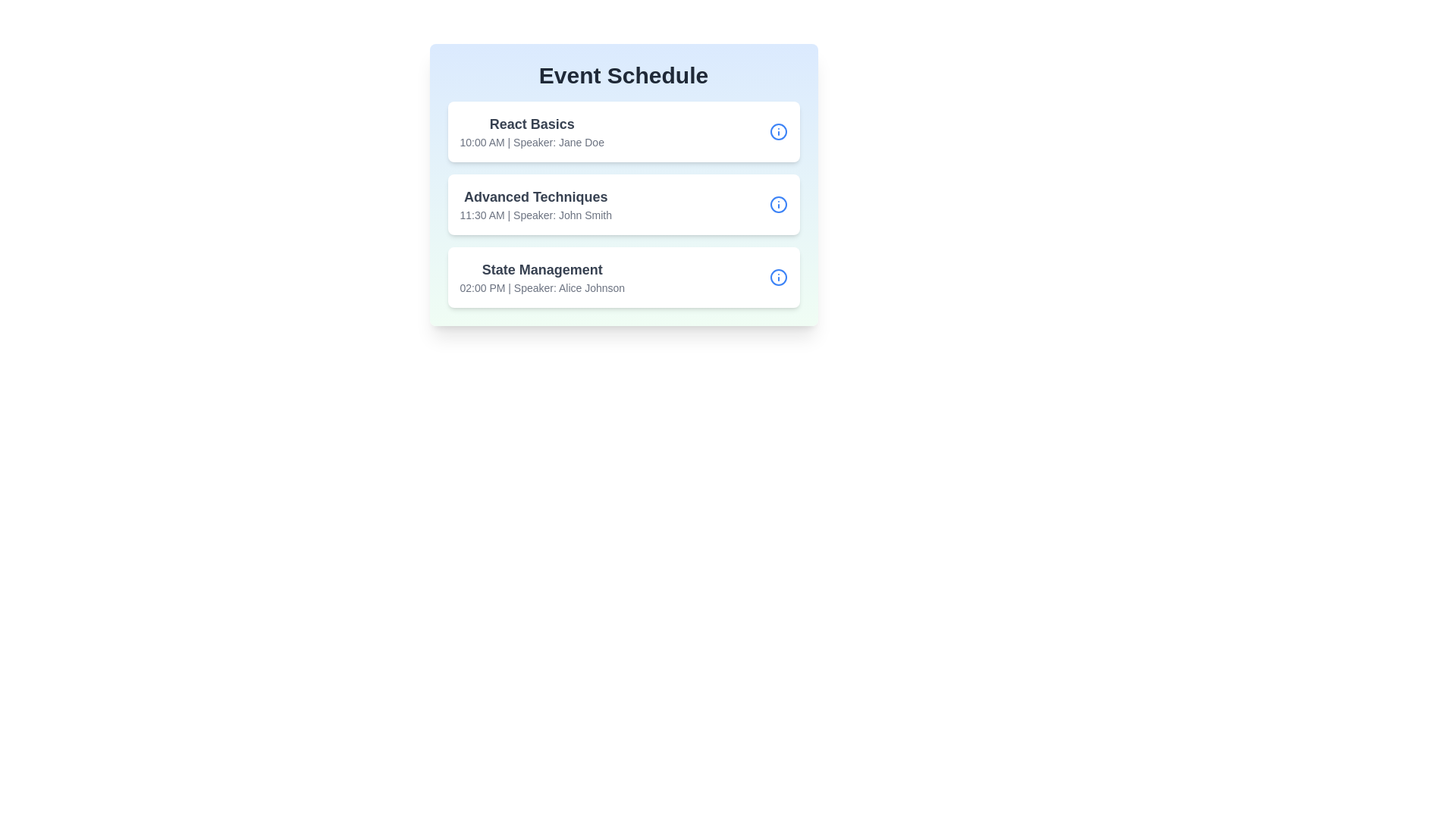  I want to click on the information button for the session 'Advanced Techniques', so click(778, 205).